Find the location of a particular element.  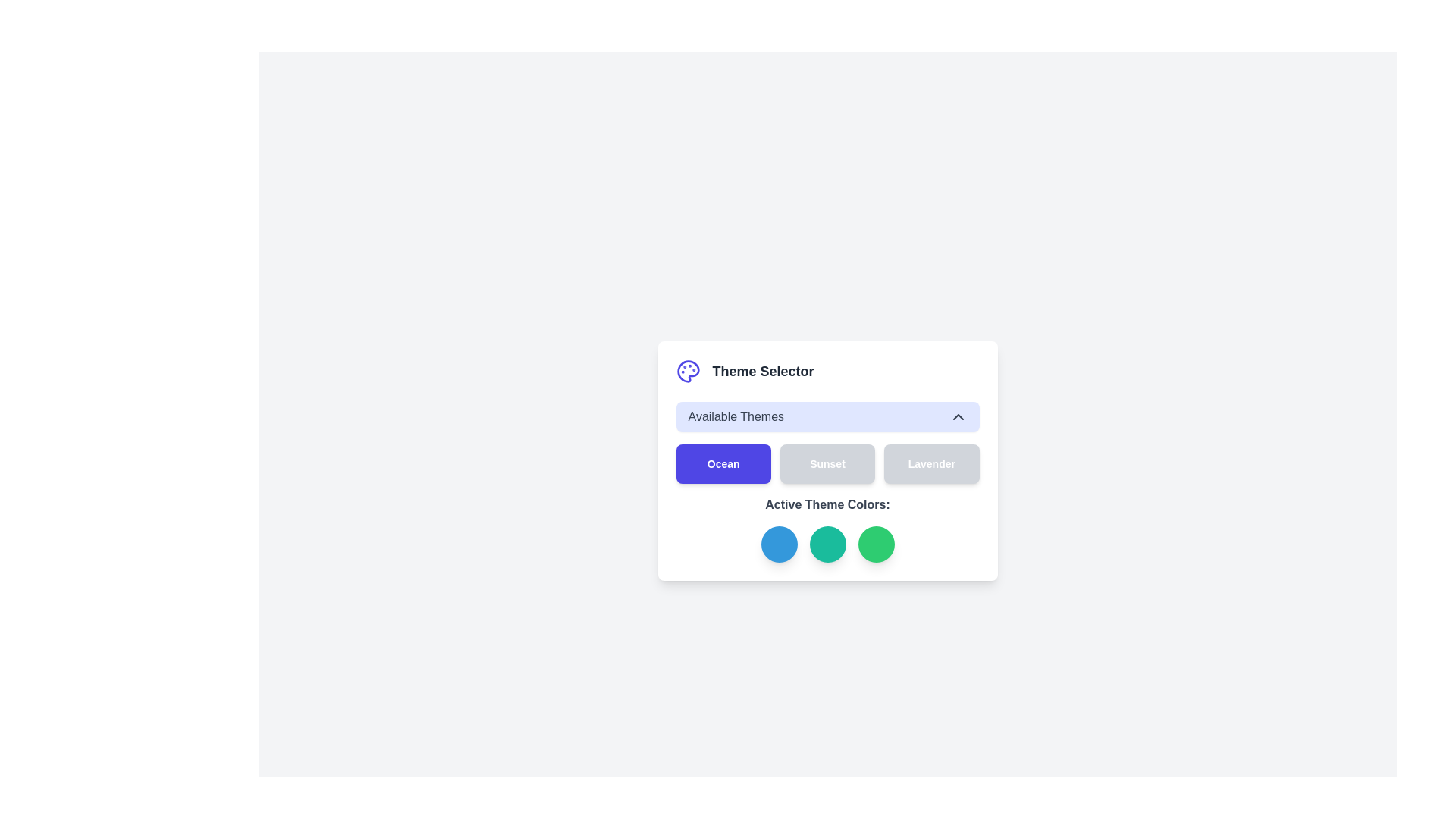

the leftmost button under the 'Available Themes' dropdown is located at coordinates (723, 463).